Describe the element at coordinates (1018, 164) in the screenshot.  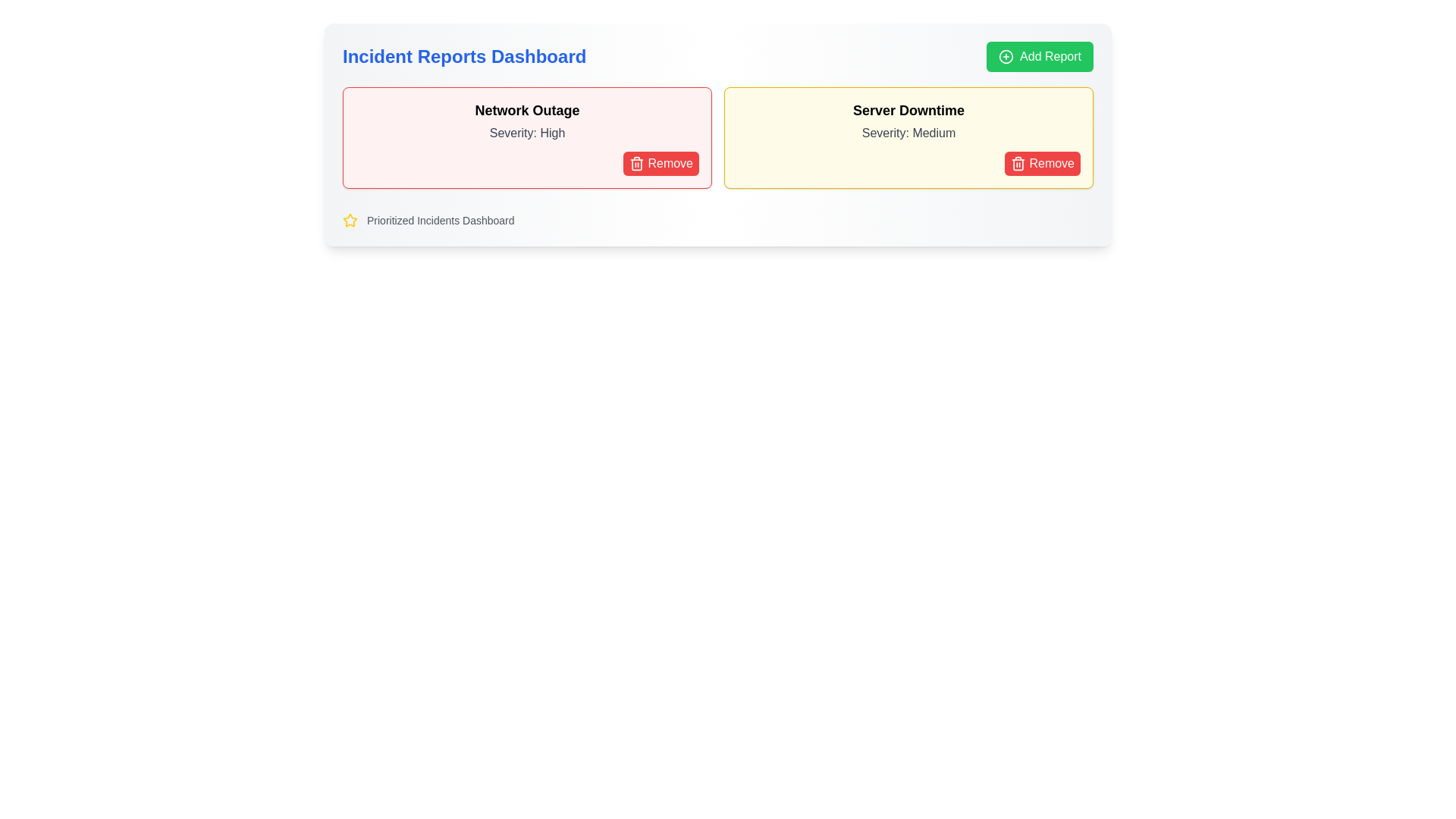
I see `the 'Remove' icon within the red button on the yellow 'Server Downtime' card` at that location.